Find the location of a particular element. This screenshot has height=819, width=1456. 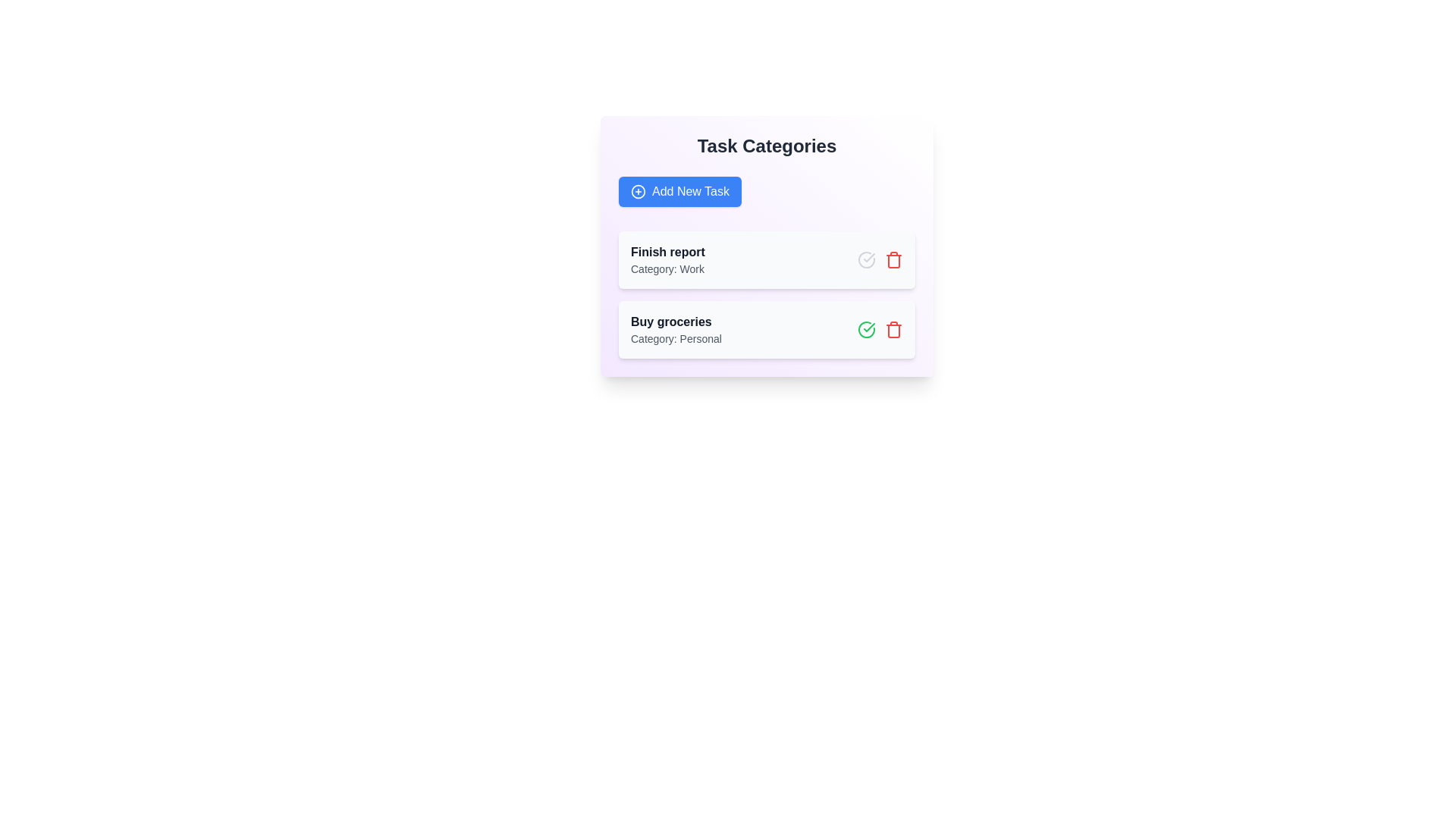

the trash icon corresponding to the task 'Finish report' to delete it is located at coordinates (894, 259).